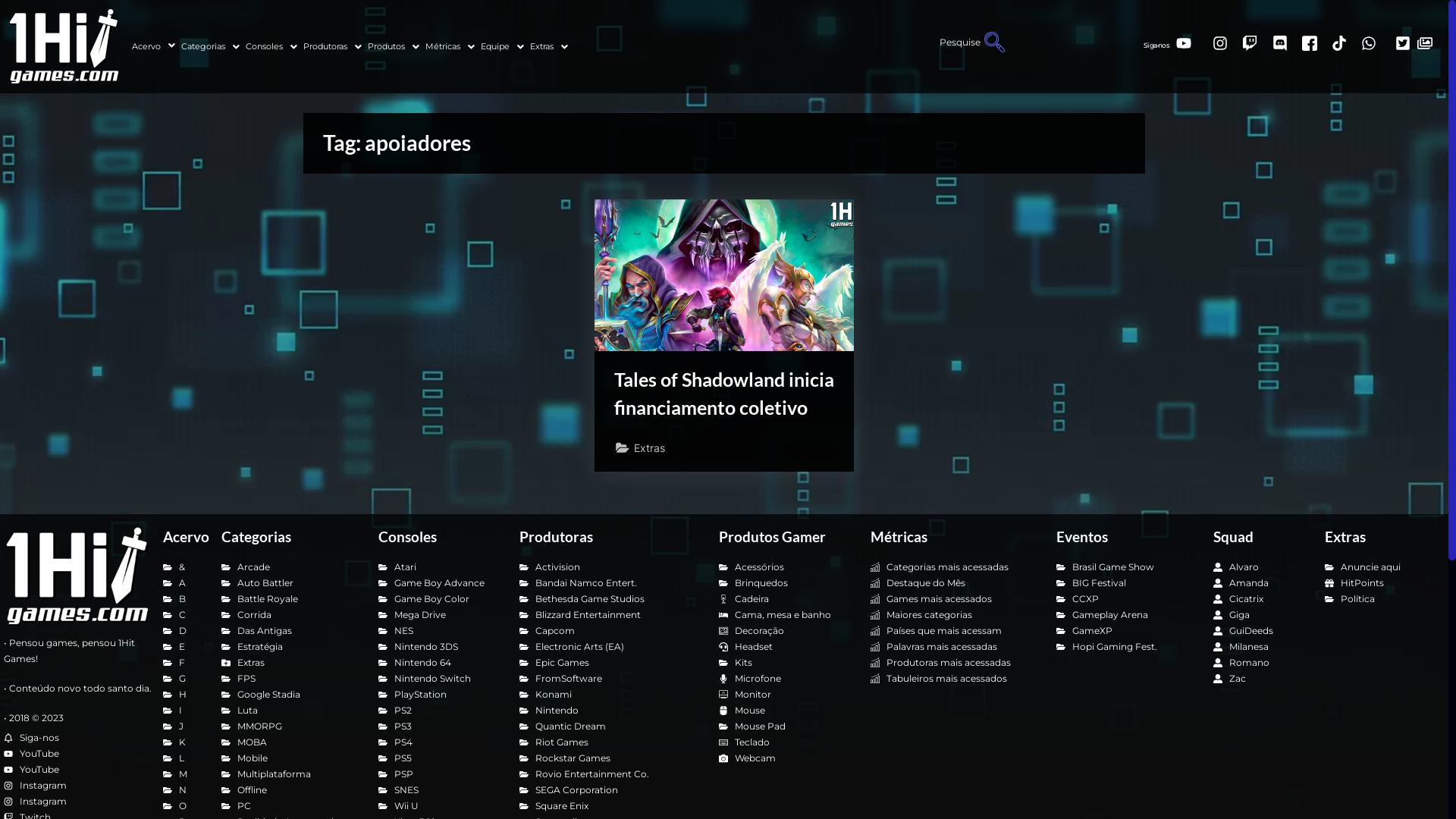 Image resolution: width=1456 pixels, height=819 pixels. What do you see at coordinates (440, 598) in the screenshot?
I see `'Game Boy Color'` at bounding box center [440, 598].